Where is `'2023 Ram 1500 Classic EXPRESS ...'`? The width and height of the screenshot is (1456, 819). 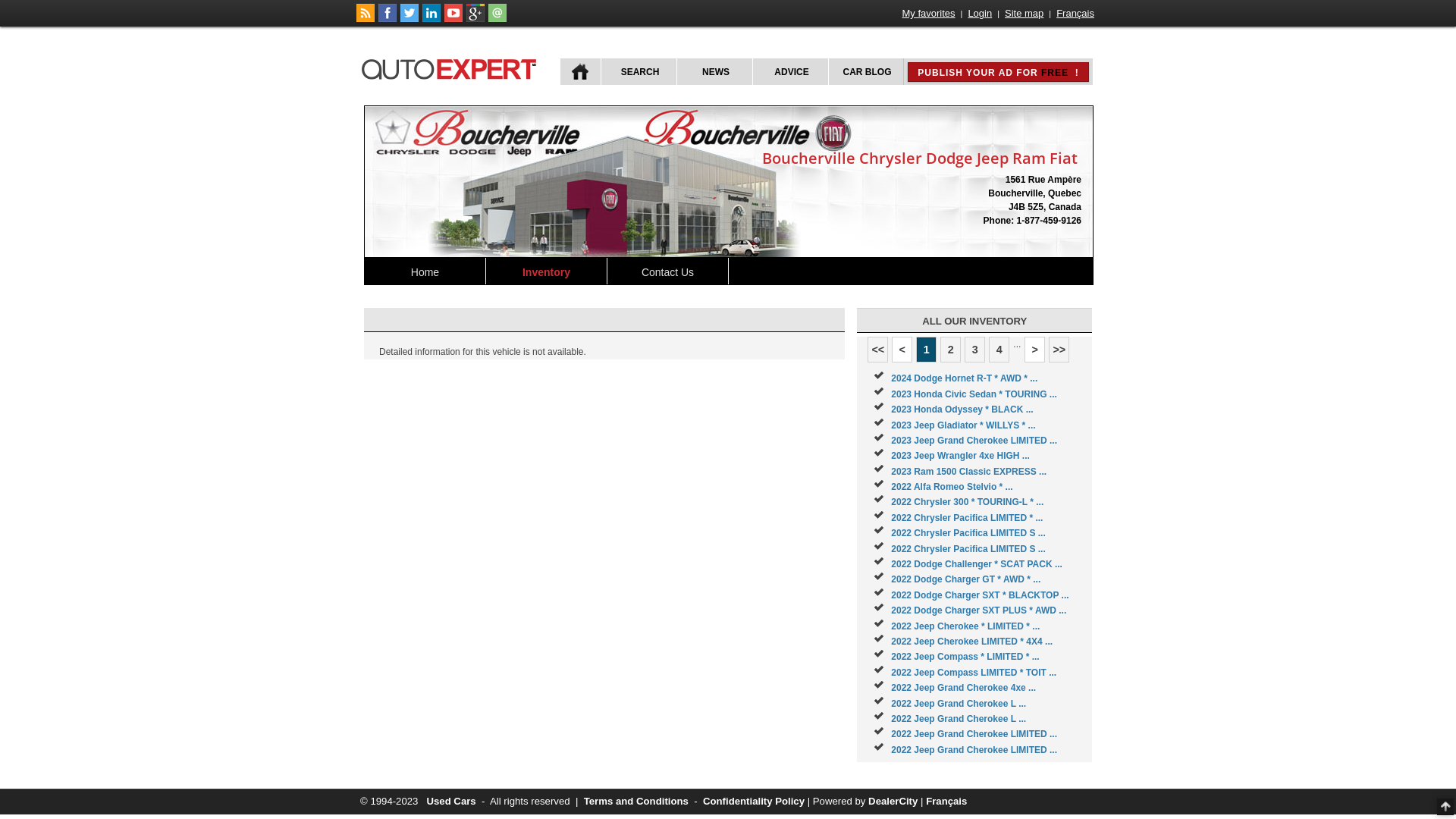 '2023 Ram 1500 Classic EXPRESS ...' is located at coordinates (968, 470).